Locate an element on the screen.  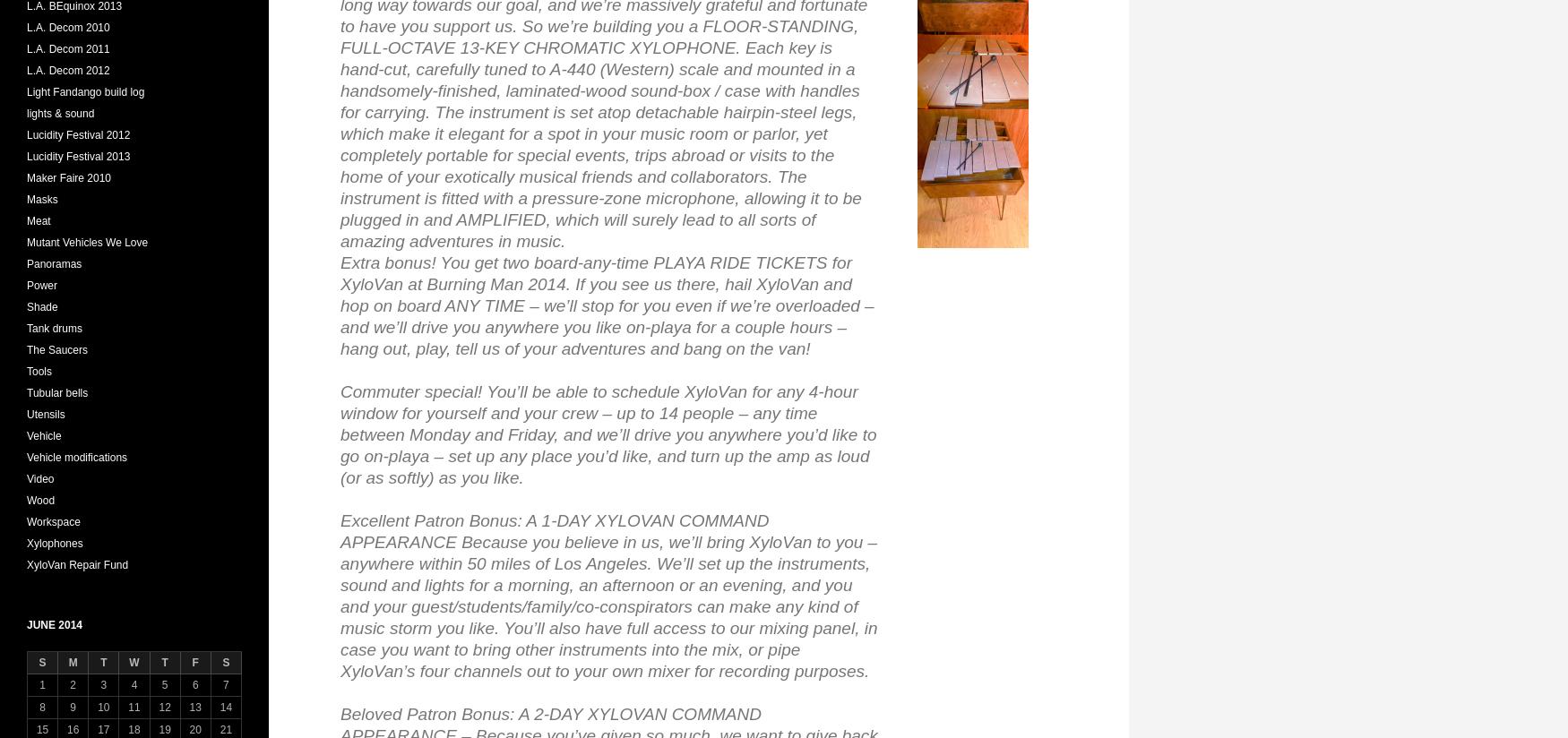
'Excellent Patron Bonus: A 1-DAY XYLOVAN COMMAND APPEARANCE Because you believe in us, we’ll bring XyloVan to you – anywhere within 50 miles of Los Angeles. We’ll set up the instruments, sound and lights for a morning, an afternoon or an evening, and you and your guest/students/family/co-conspirators can make any kind of music storm you like. You’ll also have full access to our mixing panel, in case you want to bring other instruments into the mix, or pipe XyloVan’s four channels out to your own mixer for recording purposes.' is located at coordinates (339, 596).